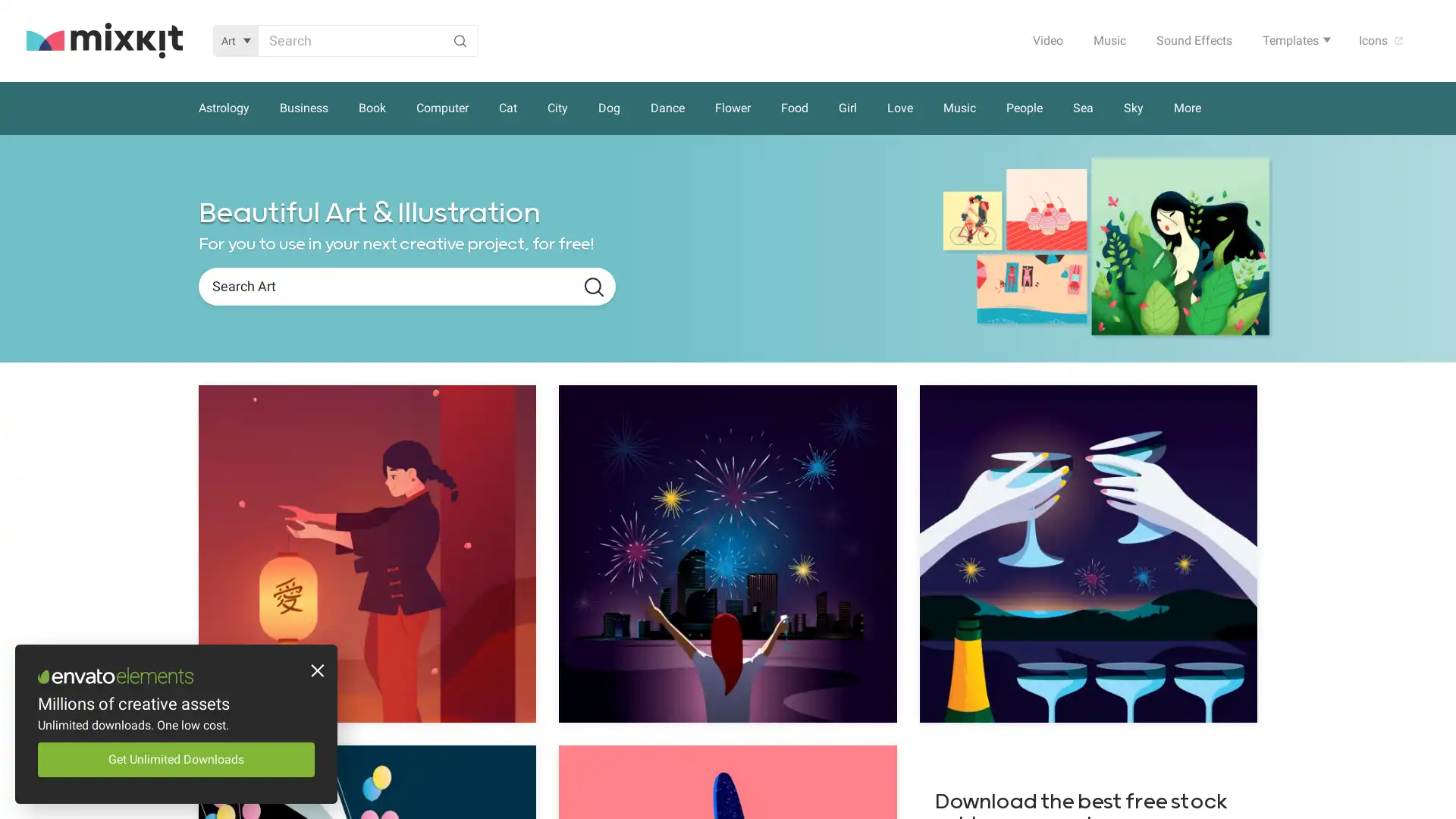  Describe the element at coordinates (315, 672) in the screenshot. I see `Close` at that location.